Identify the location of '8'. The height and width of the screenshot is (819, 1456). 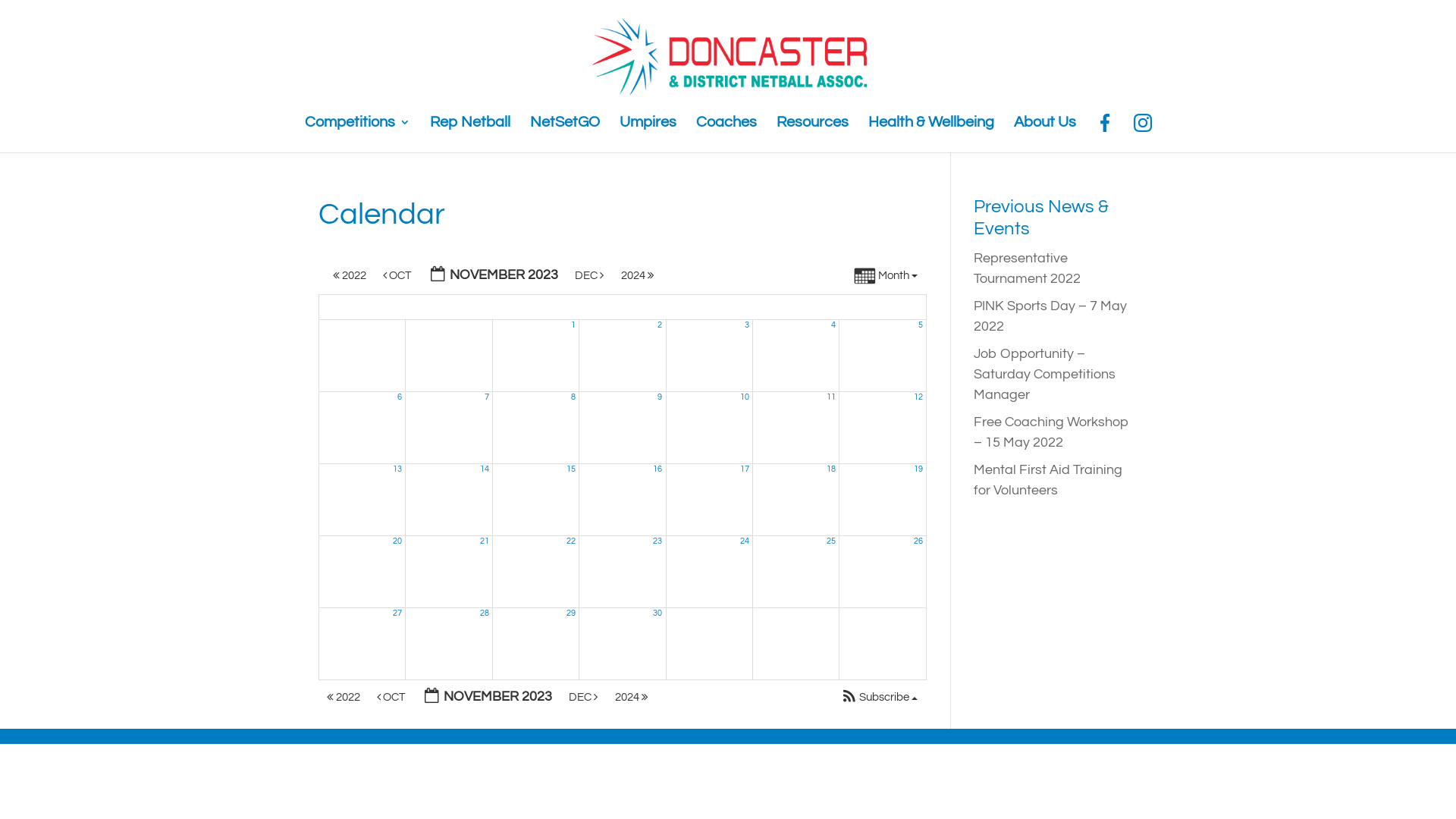
(573, 396).